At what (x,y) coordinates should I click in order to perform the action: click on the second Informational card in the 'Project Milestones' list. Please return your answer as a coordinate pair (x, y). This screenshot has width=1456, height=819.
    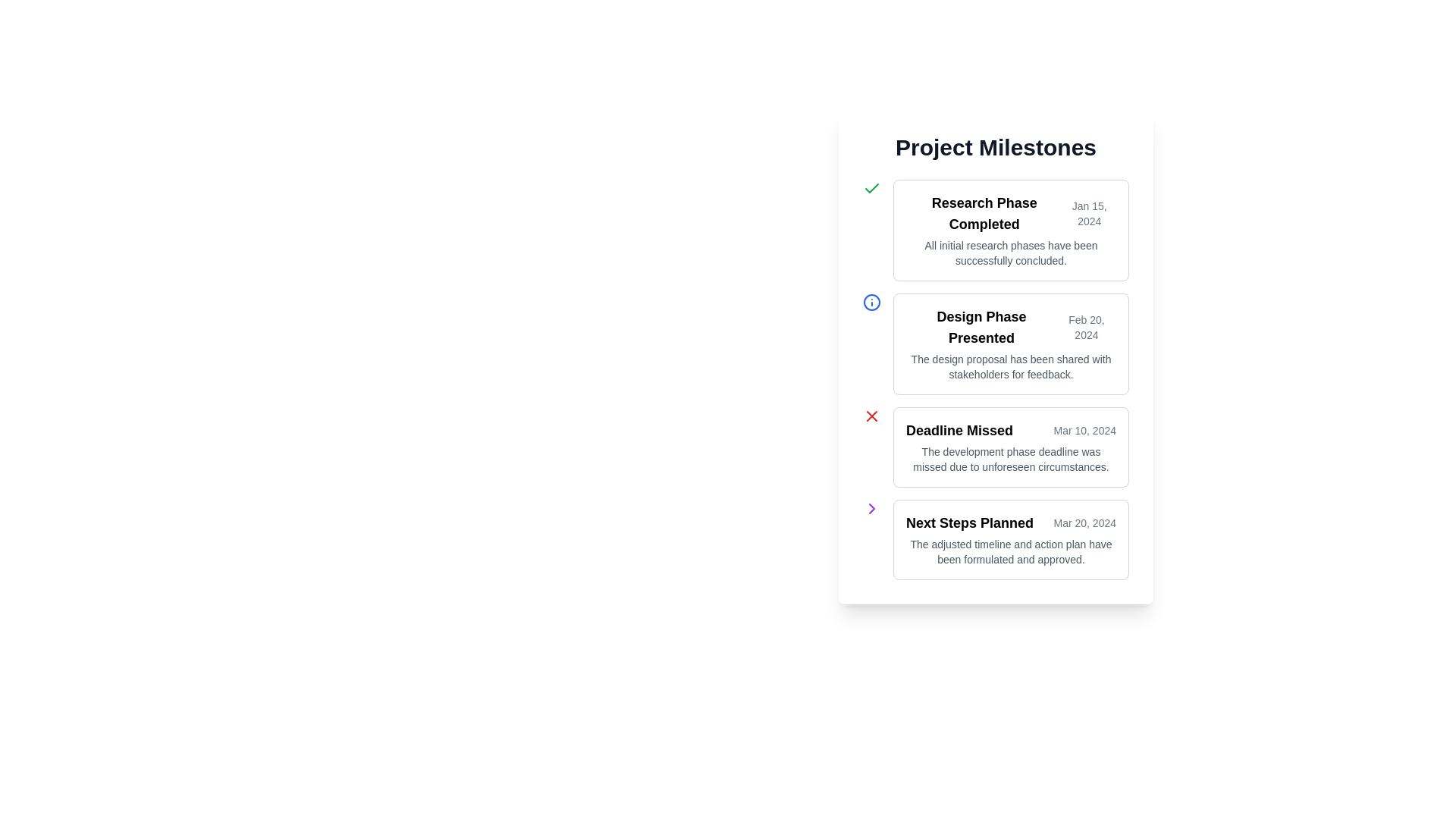
    Looking at the image, I should click on (1011, 344).